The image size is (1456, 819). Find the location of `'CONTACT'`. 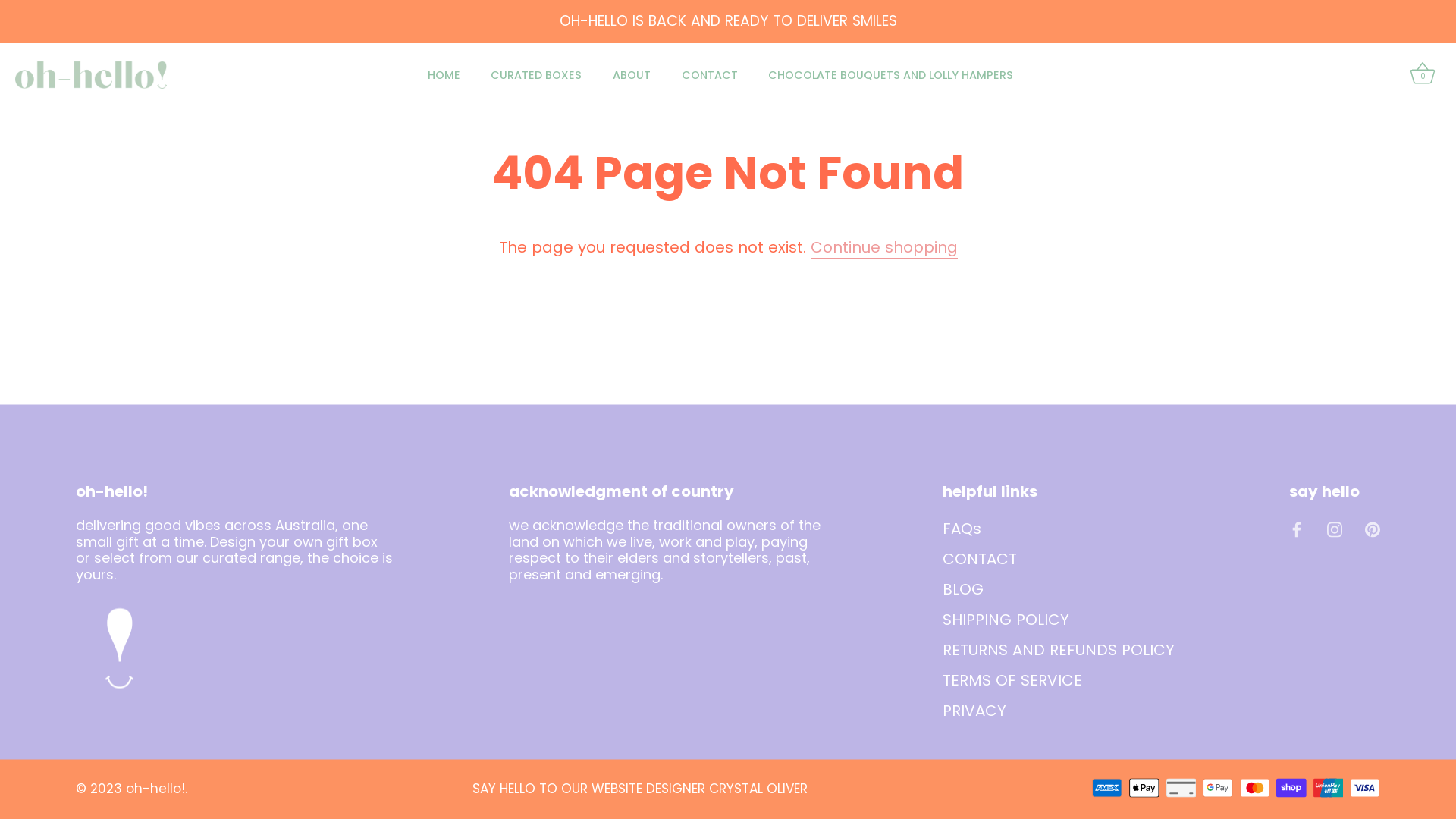

'CONTACT' is located at coordinates (708, 75).